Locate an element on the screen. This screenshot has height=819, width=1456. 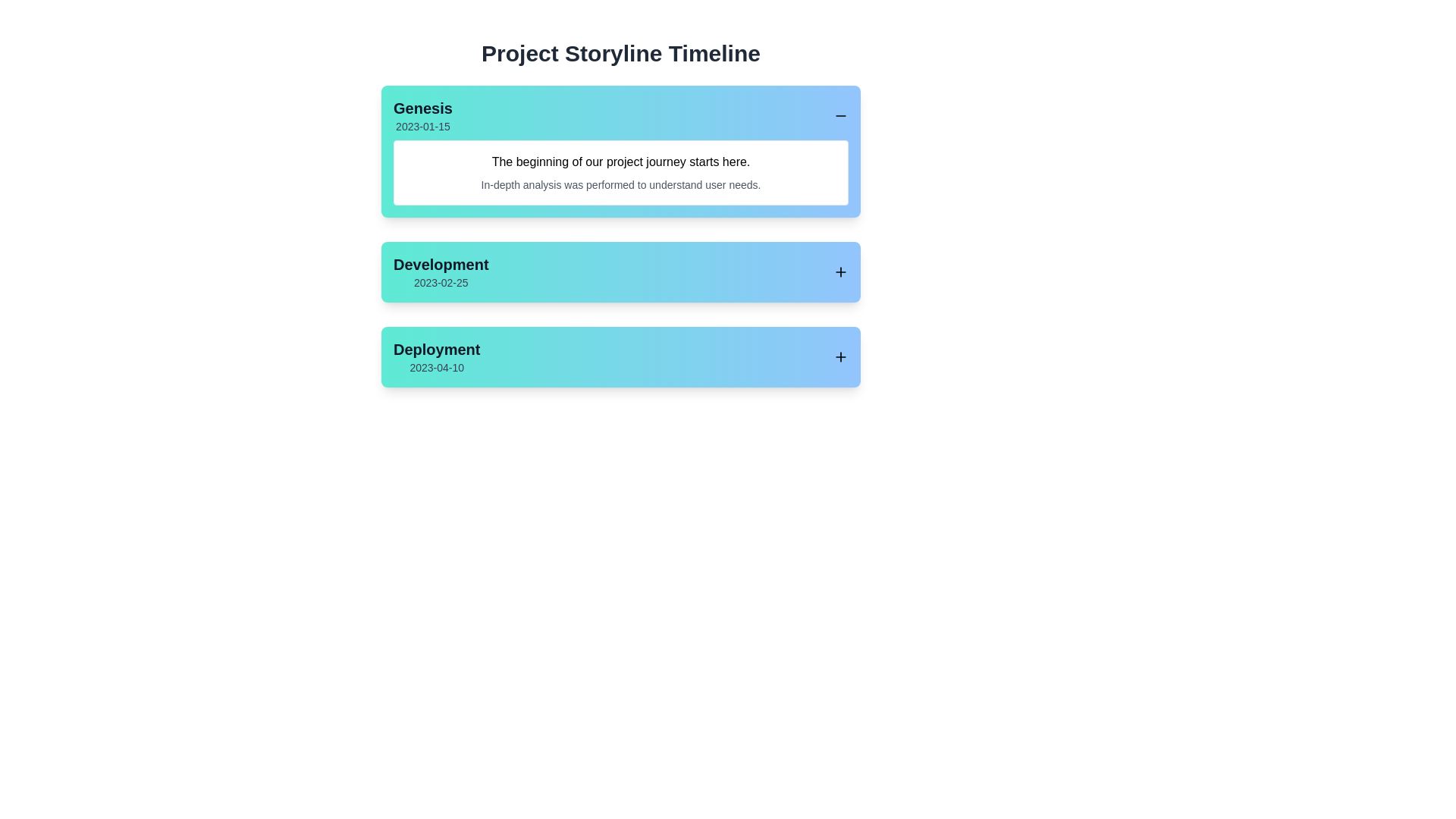
information displayed in the Text Display element located in the 'Deployment' section, which shows the title and date of a project phase is located at coordinates (436, 356).